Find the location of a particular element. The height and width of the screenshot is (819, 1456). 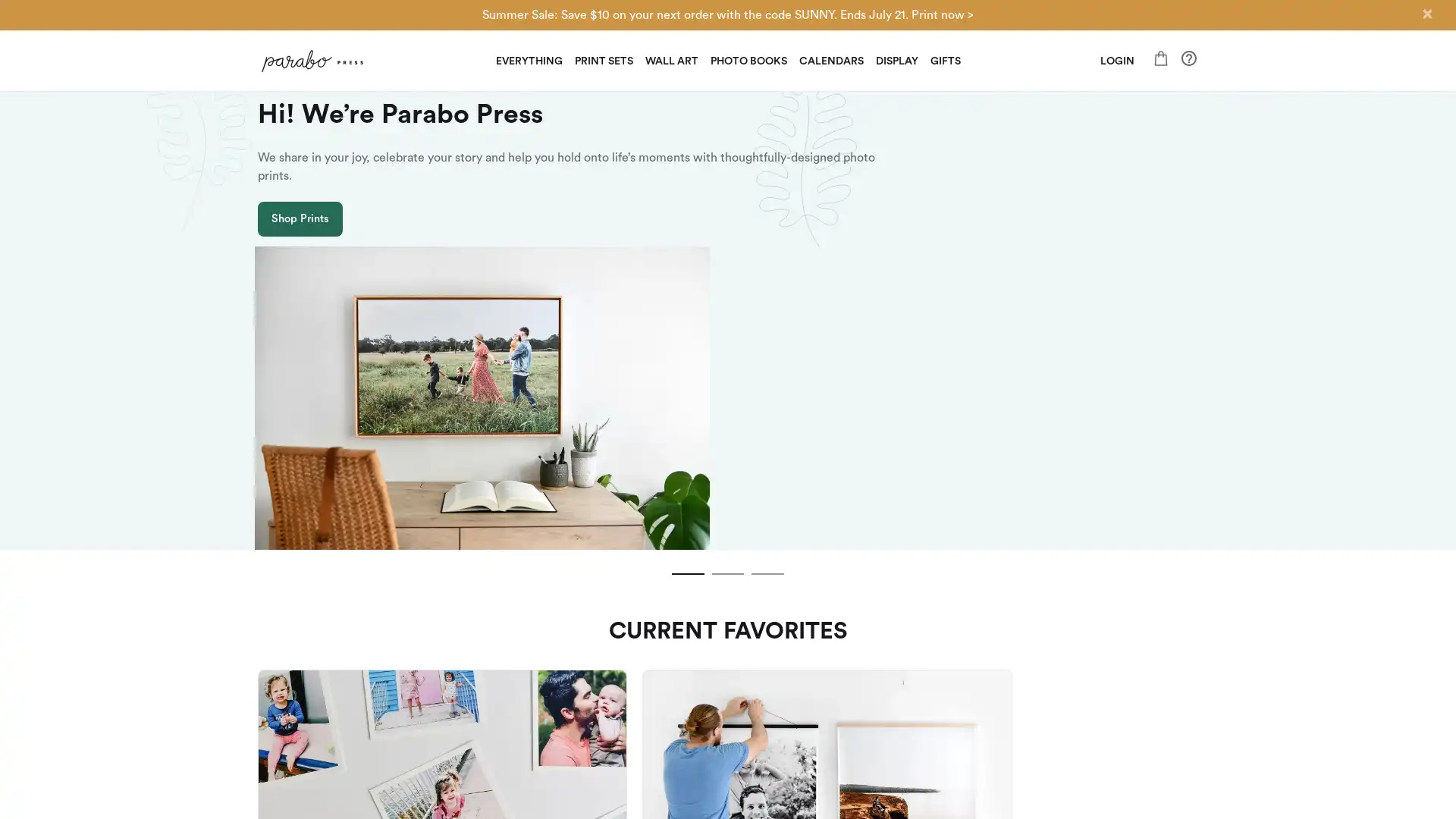

Close is located at coordinates (1426, 14).